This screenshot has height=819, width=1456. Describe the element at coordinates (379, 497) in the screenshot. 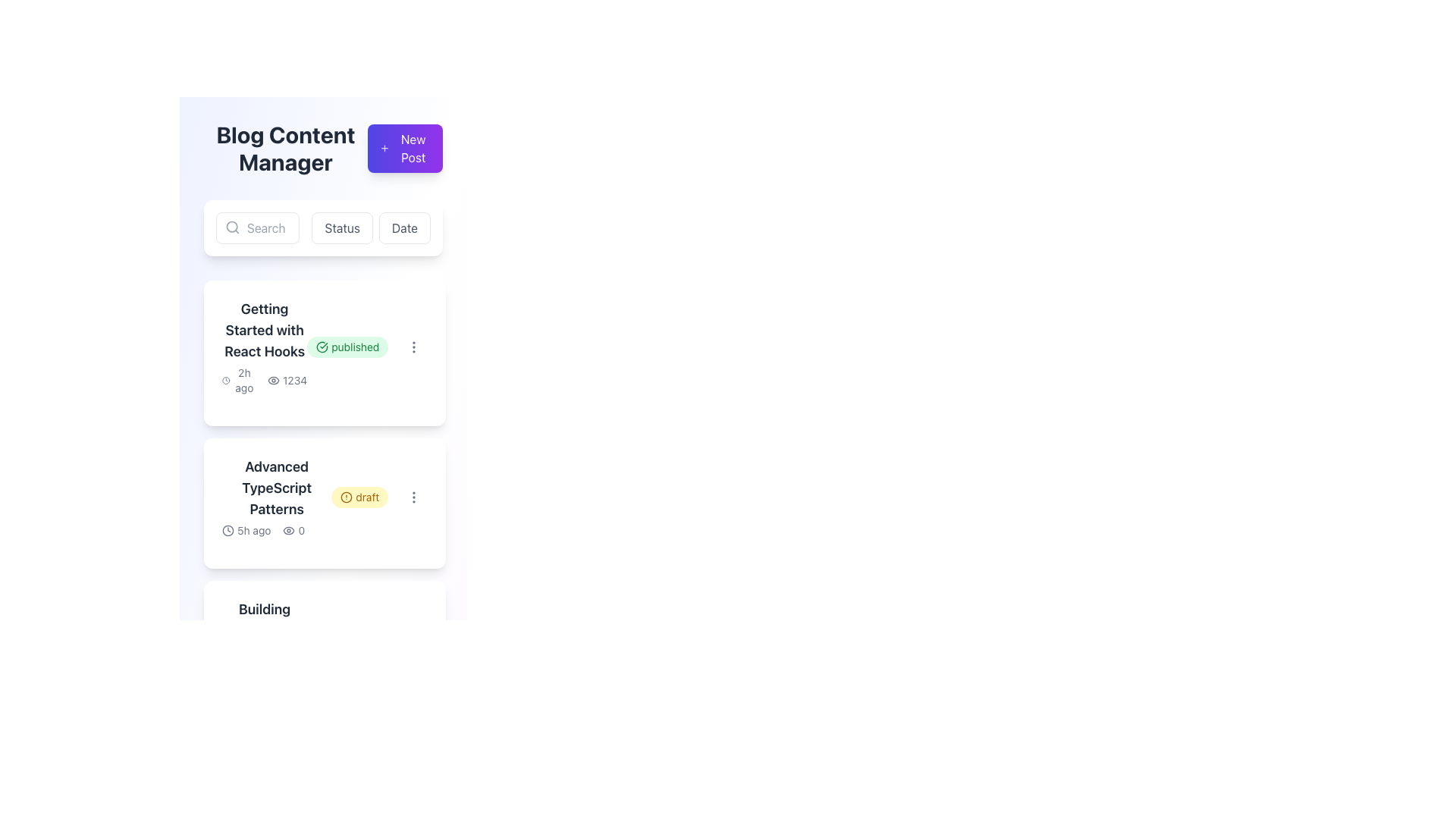

I see `the 'draft' badge element, which is a rounded badge with light yellow background and brown text, located within the 'Advanced TypeScript Patterns' card, near the timestamp '5h ago'` at that location.